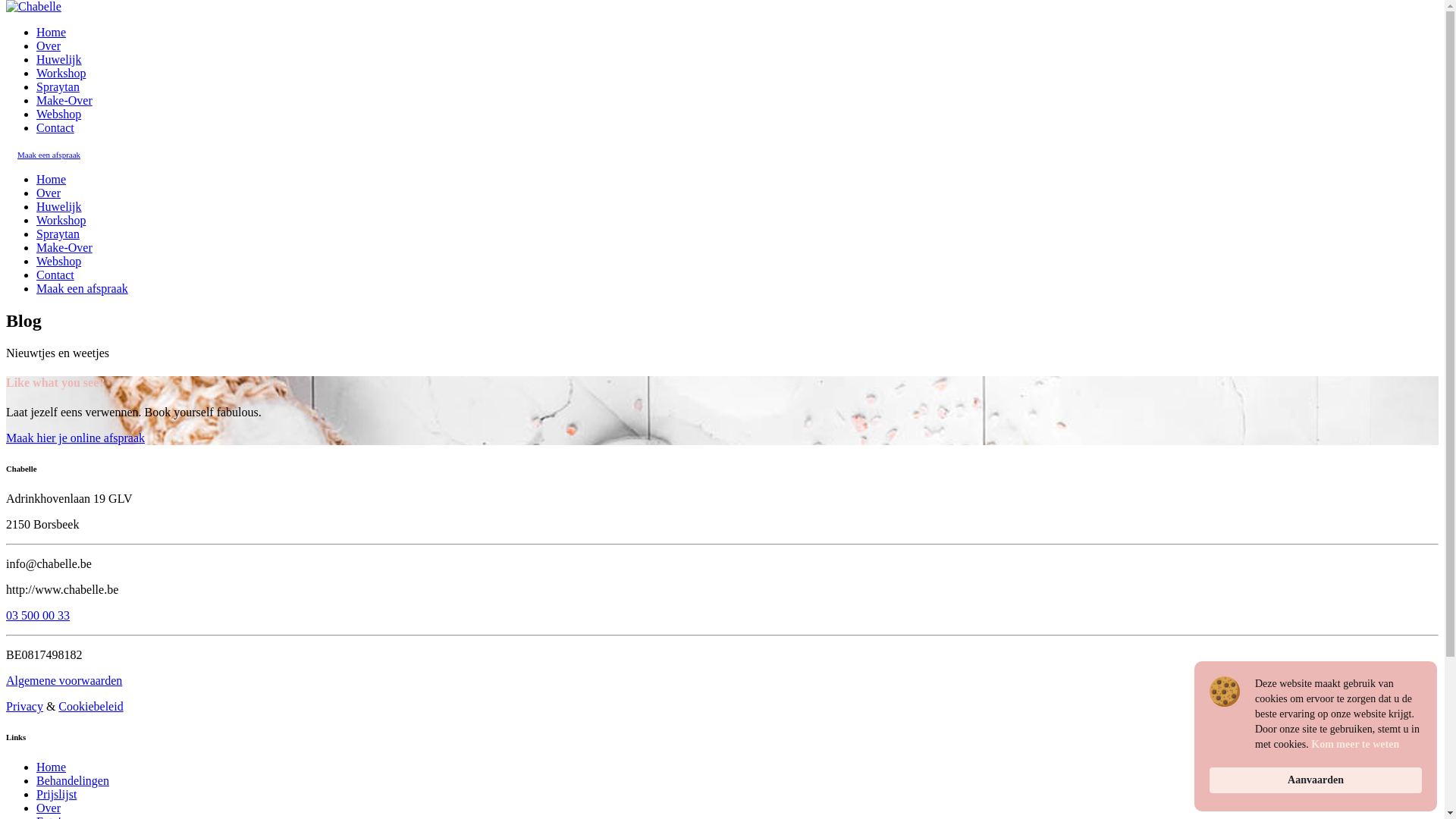 This screenshot has height=819, width=1456. I want to click on 'Make-Over', so click(36, 100).